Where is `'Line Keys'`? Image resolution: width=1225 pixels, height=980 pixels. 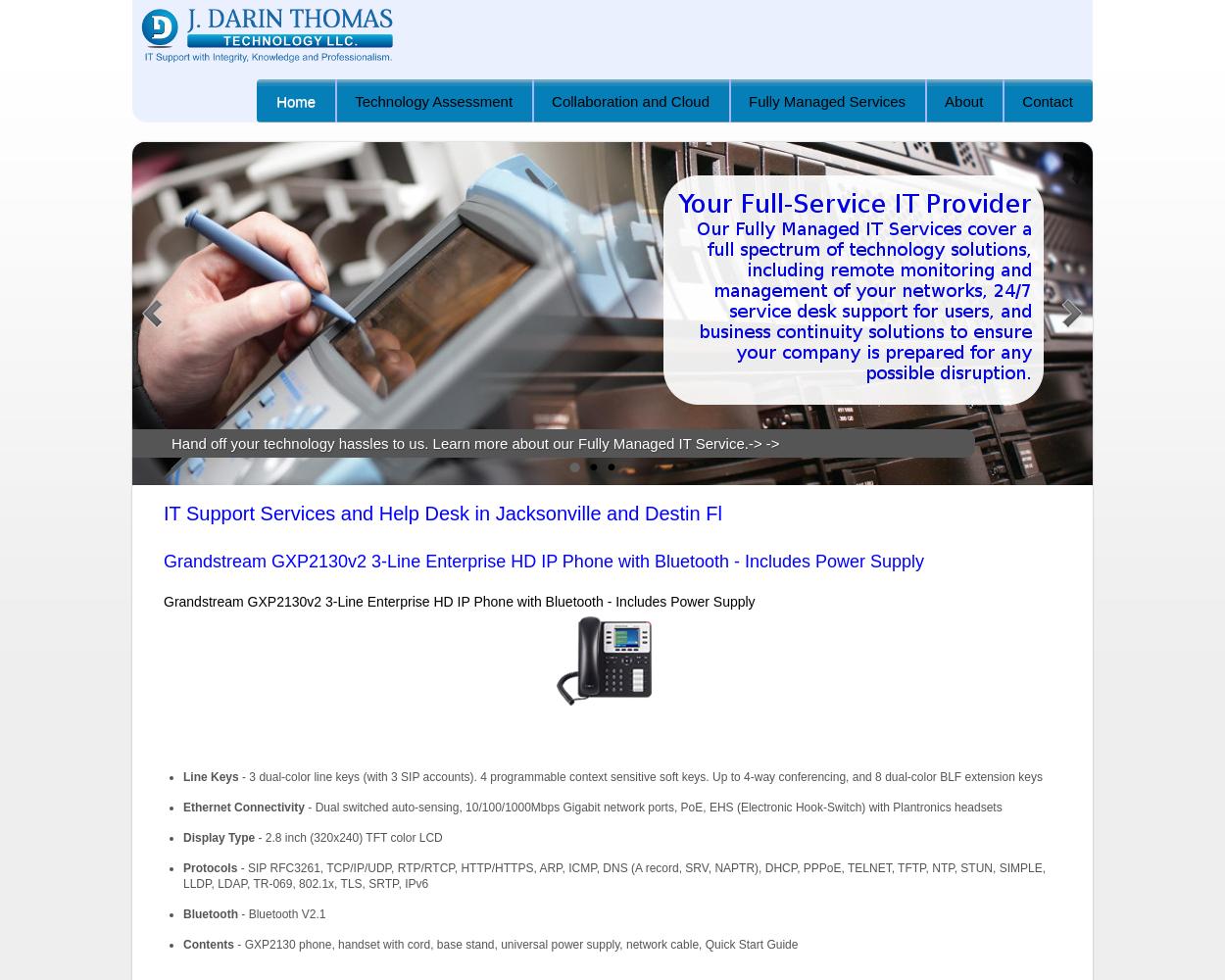
'Line Keys' is located at coordinates (209, 776).